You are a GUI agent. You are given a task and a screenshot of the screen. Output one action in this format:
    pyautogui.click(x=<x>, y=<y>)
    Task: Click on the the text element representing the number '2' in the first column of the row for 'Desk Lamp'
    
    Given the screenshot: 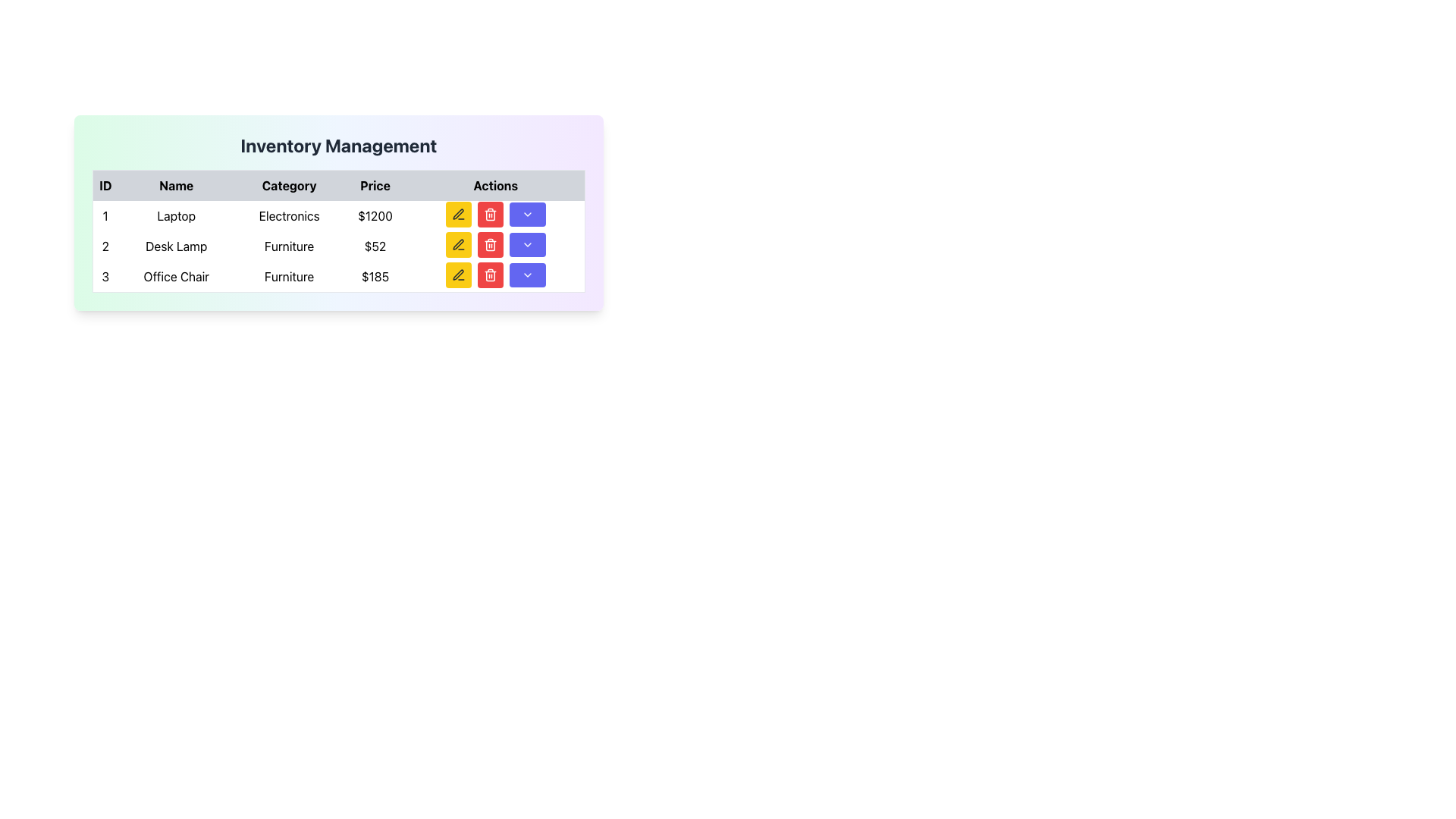 What is the action you would take?
    pyautogui.click(x=105, y=245)
    